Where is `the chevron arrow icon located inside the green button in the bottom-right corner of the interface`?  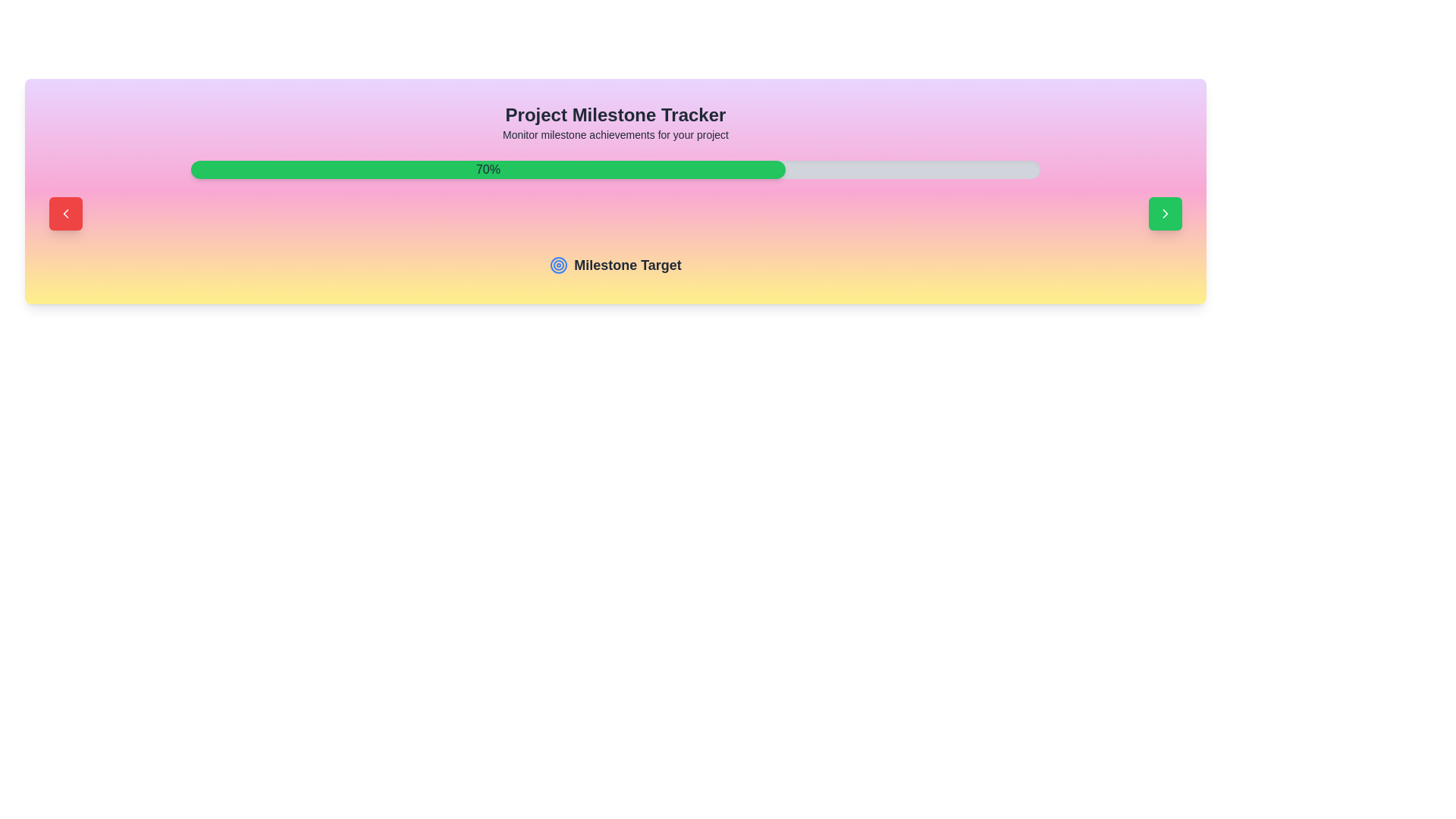 the chevron arrow icon located inside the green button in the bottom-right corner of the interface is located at coordinates (1164, 213).